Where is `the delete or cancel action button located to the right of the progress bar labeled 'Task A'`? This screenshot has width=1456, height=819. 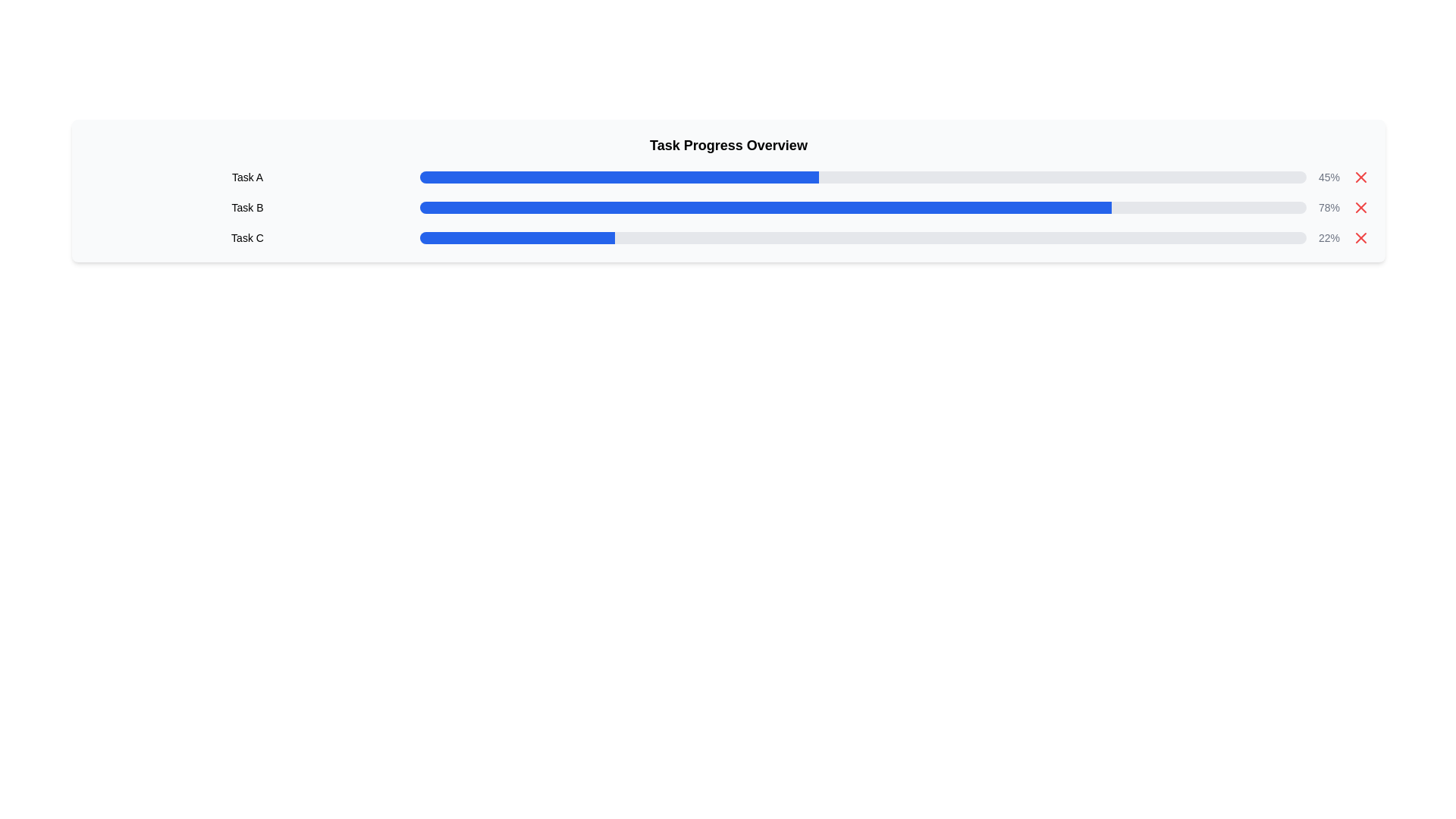 the delete or cancel action button located to the right of the progress bar labeled 'Task A' is located at coordinates (1361, 177).